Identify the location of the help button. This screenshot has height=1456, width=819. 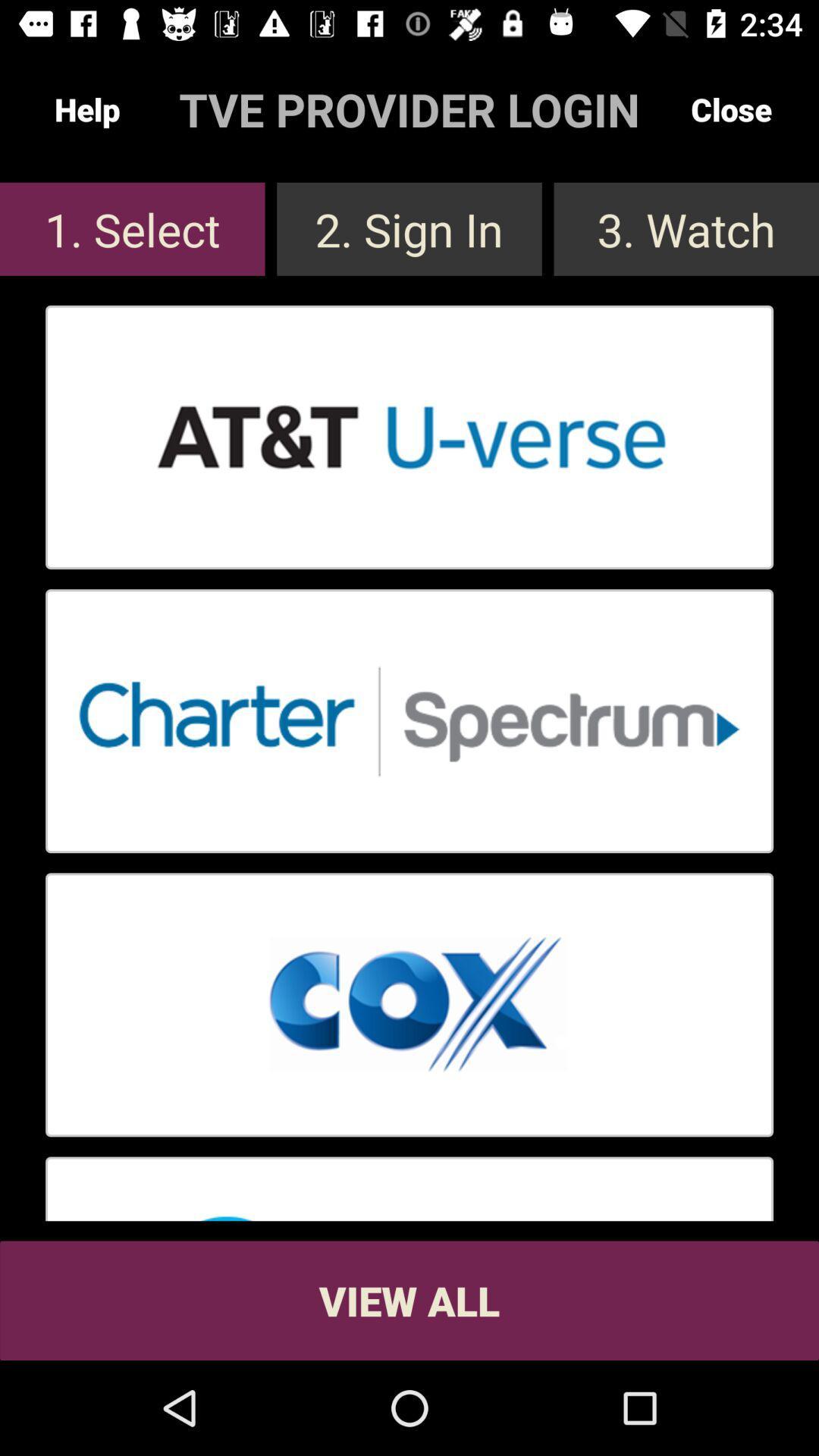
(87, 108).